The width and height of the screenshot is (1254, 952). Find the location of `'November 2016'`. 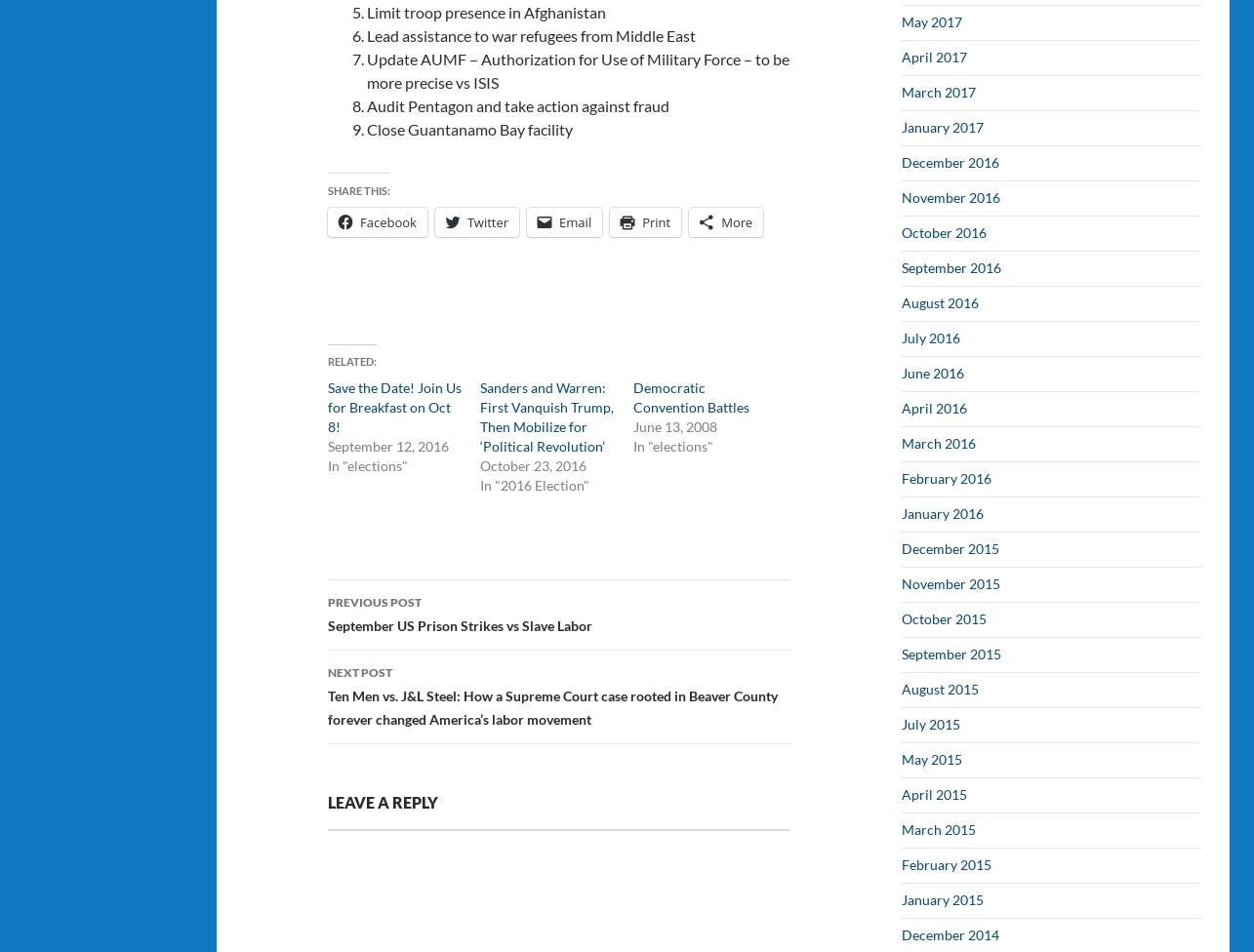

'November 2016' is located at coordinates (951, 196).